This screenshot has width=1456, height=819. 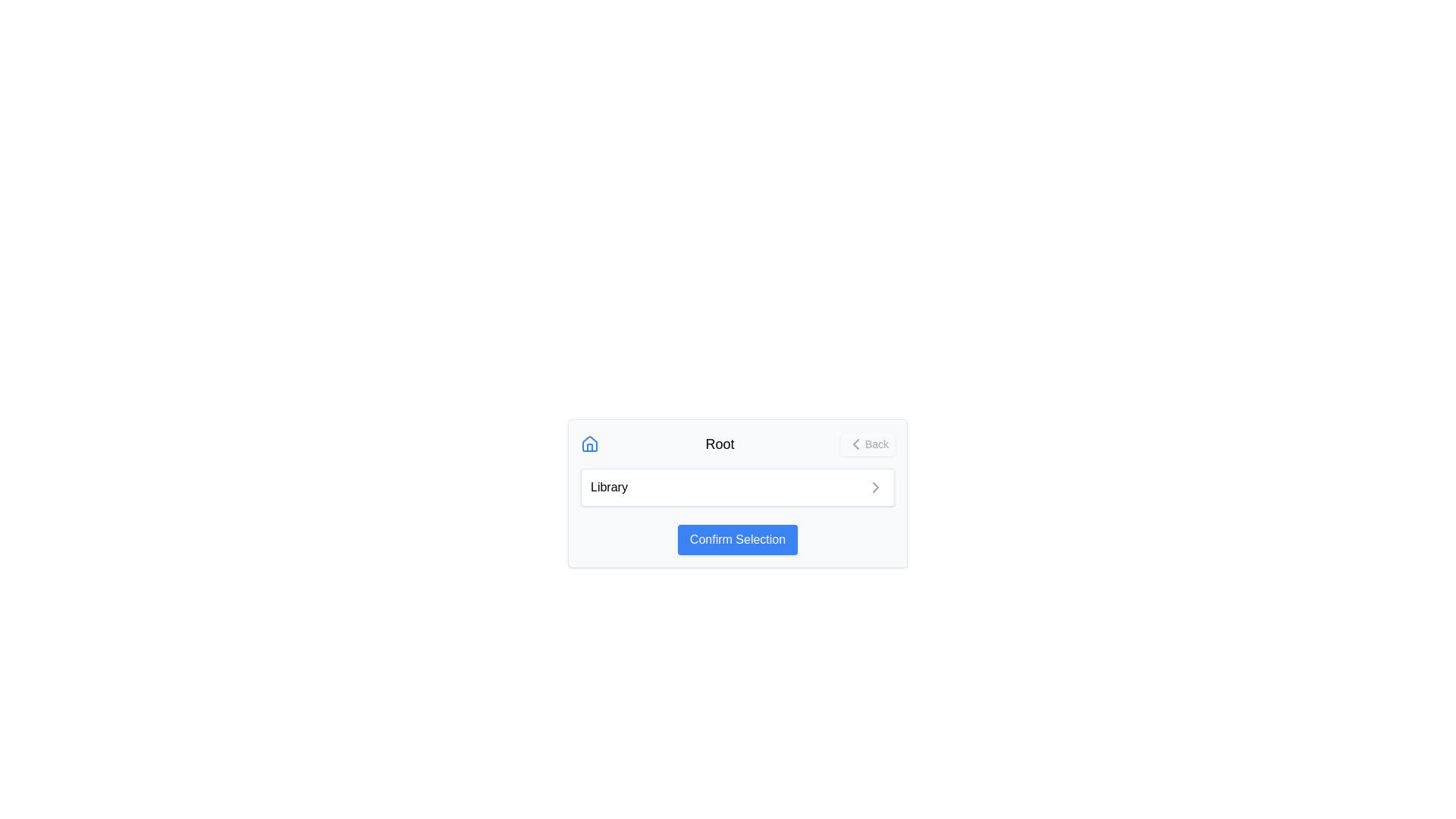 I want to click on the small triangular-shaped arrow icon located next to the 'Library' label in the bottom central part of the display, so click(x=876, y=488).